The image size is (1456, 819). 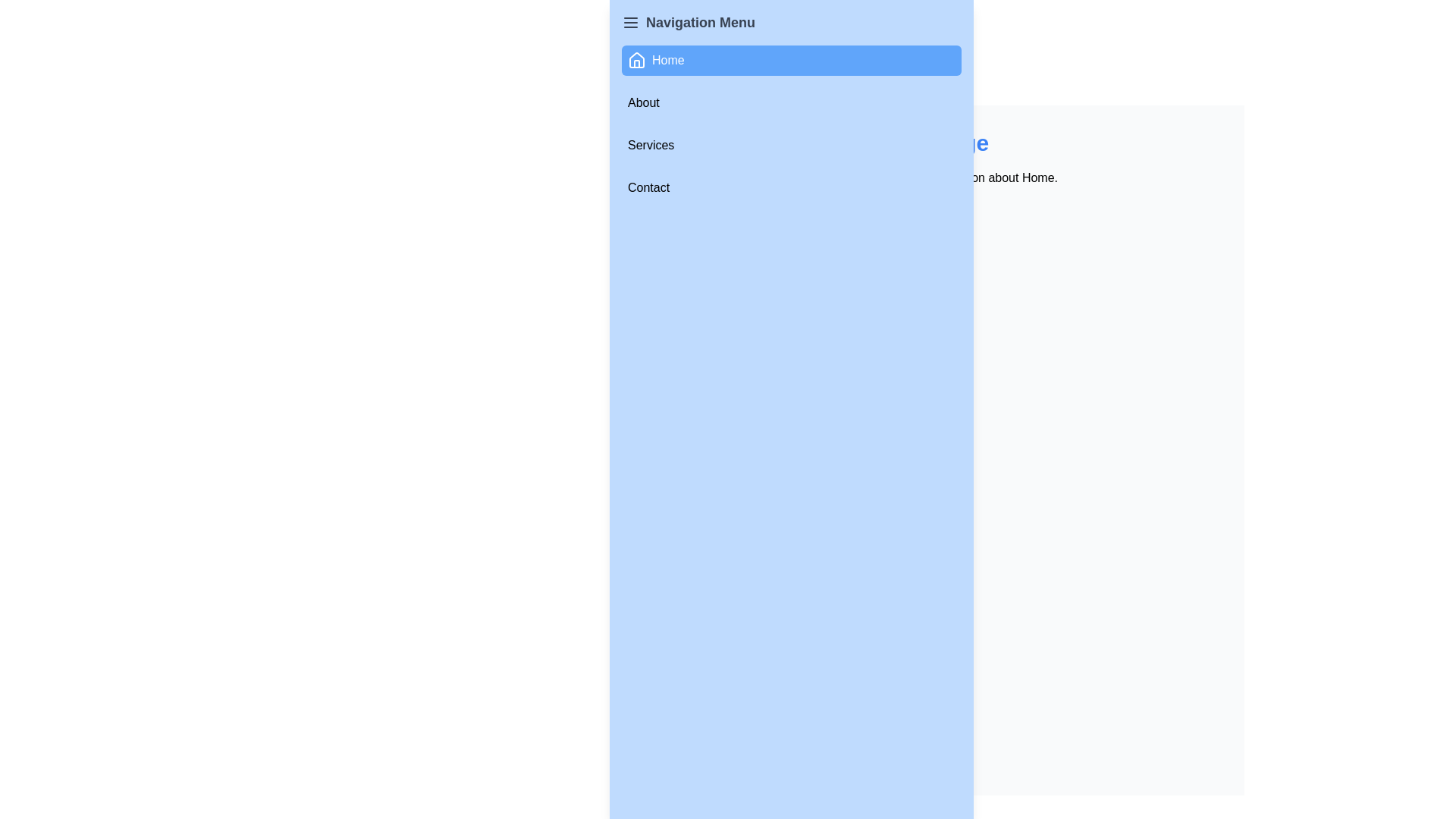 I want to click on the topmost navigation button in the vertical menu on the left, so click(x=790, y=60).